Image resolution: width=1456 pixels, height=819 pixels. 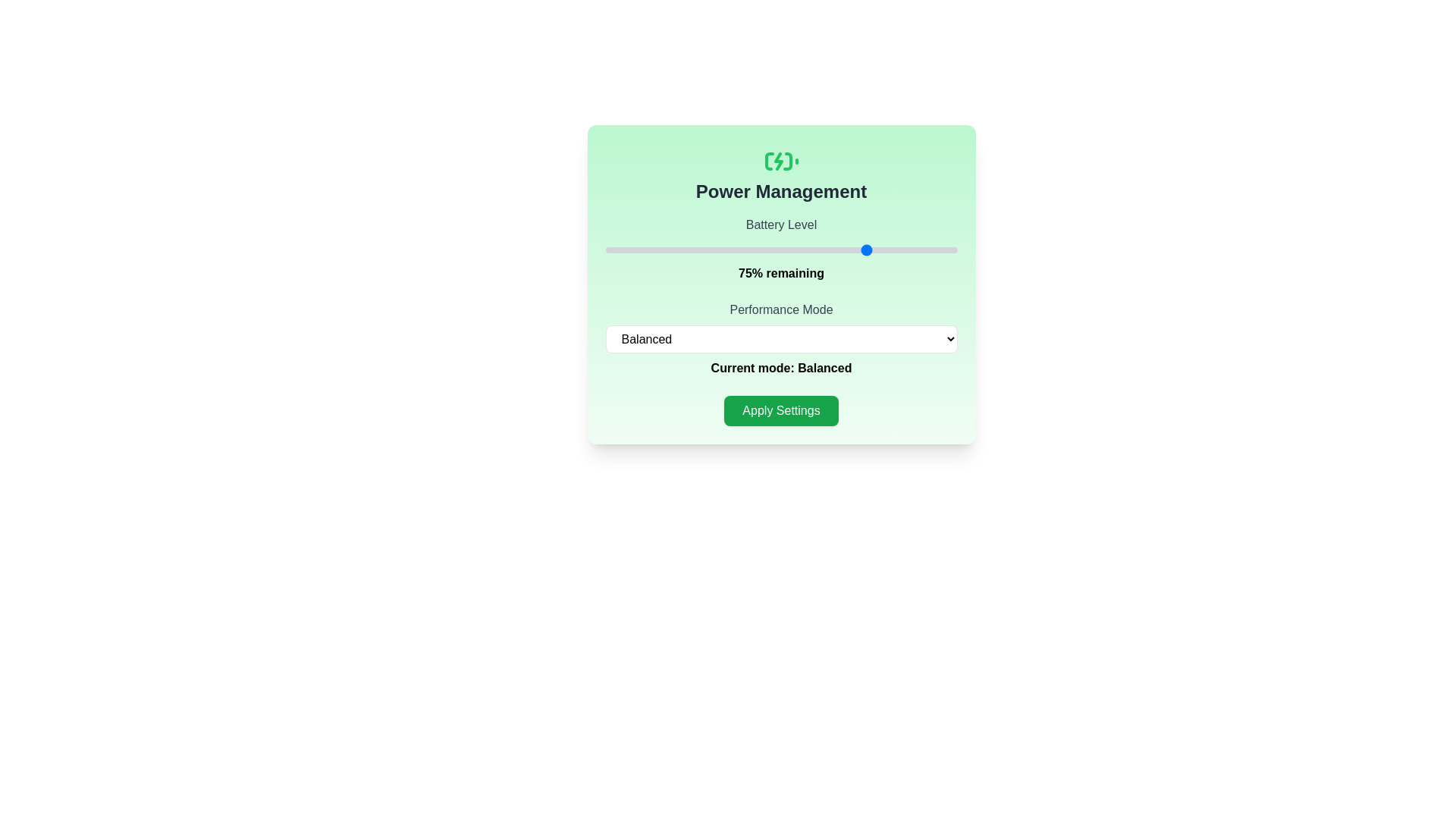 I want to click on the battery level to 7% by interacting with the slider, so click(x=629, y=249).